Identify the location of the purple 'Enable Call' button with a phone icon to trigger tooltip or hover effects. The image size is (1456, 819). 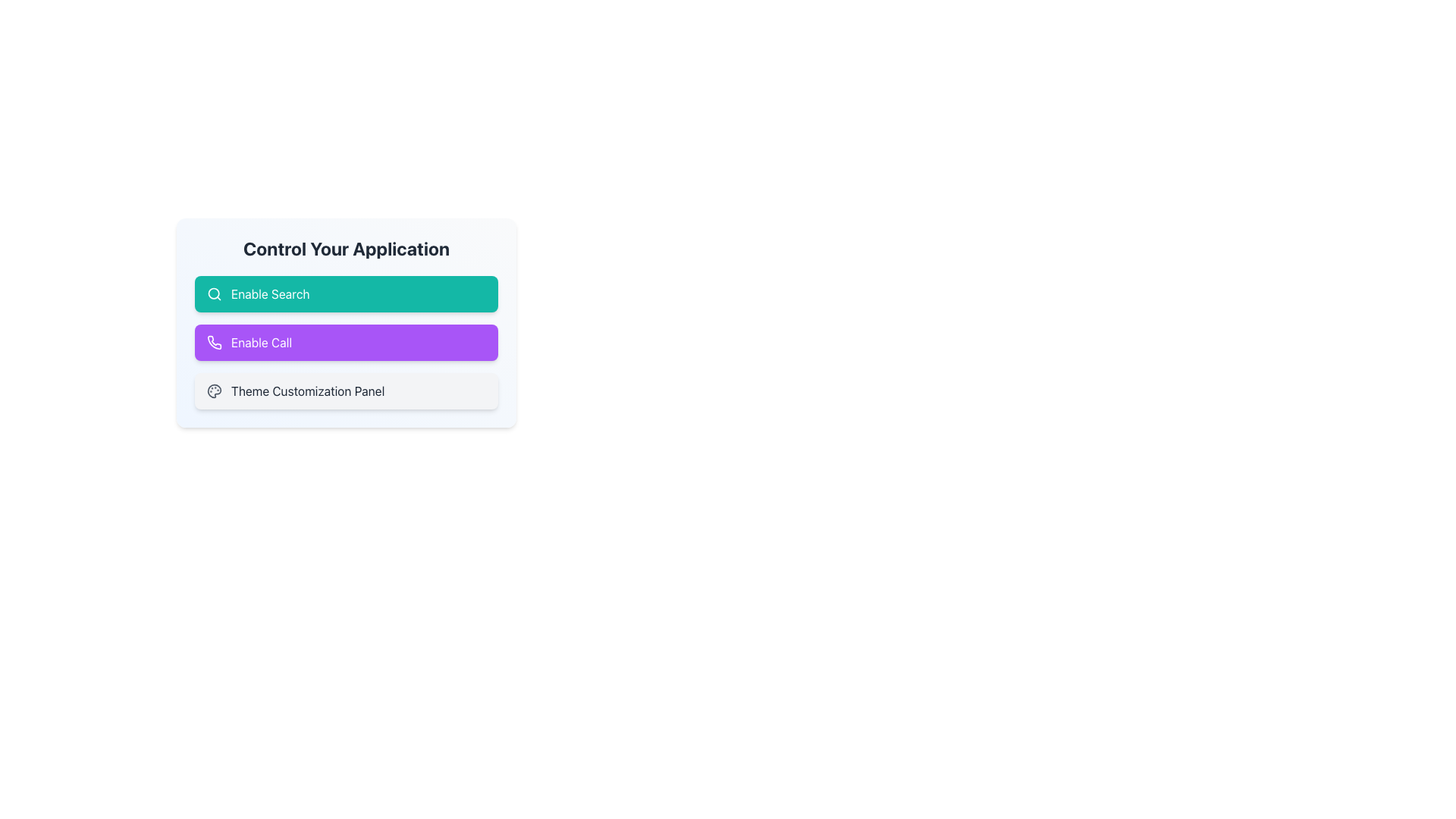
(345, 322).